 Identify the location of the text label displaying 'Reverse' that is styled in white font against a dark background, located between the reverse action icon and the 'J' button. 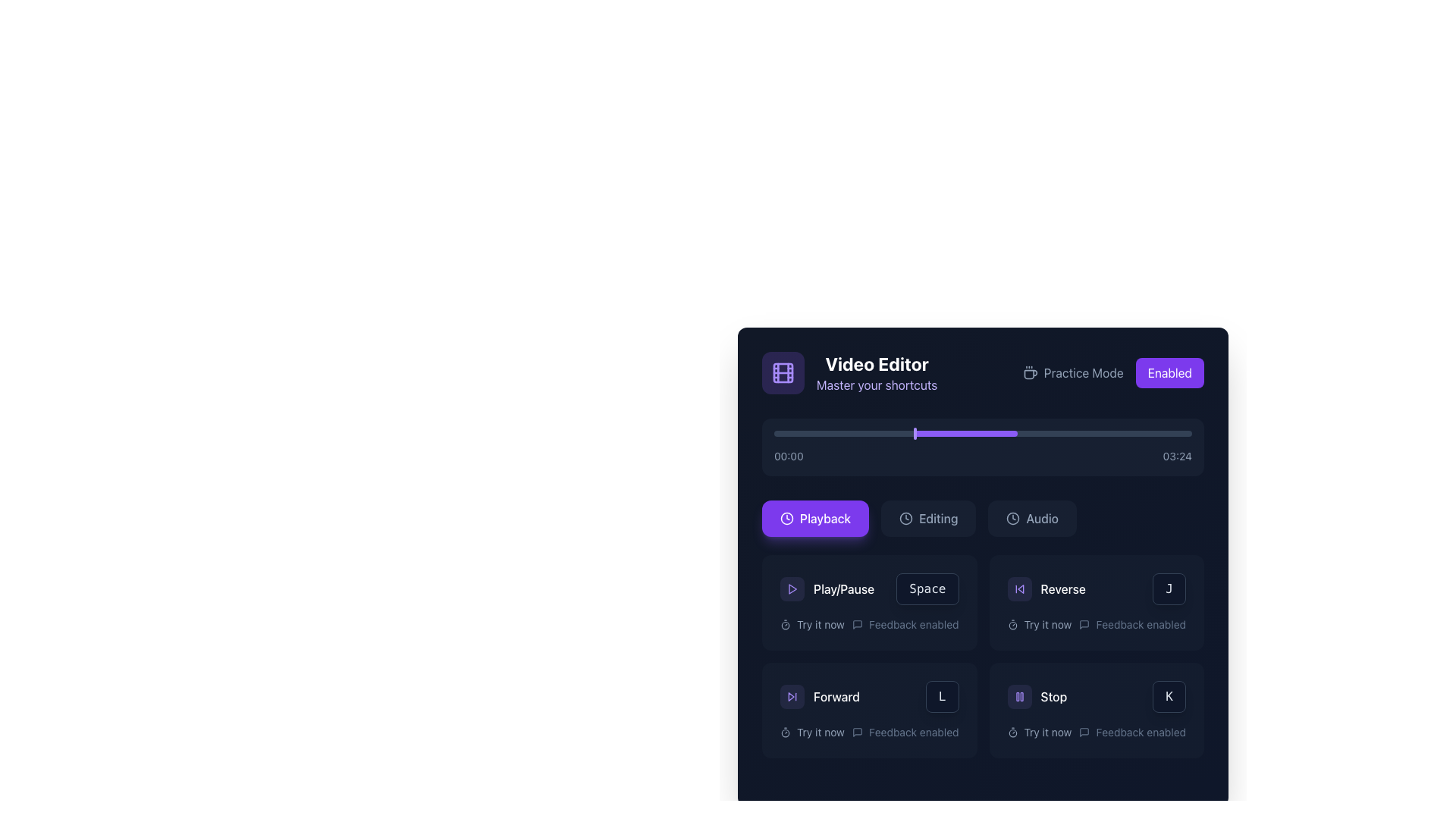
(1062, 588).